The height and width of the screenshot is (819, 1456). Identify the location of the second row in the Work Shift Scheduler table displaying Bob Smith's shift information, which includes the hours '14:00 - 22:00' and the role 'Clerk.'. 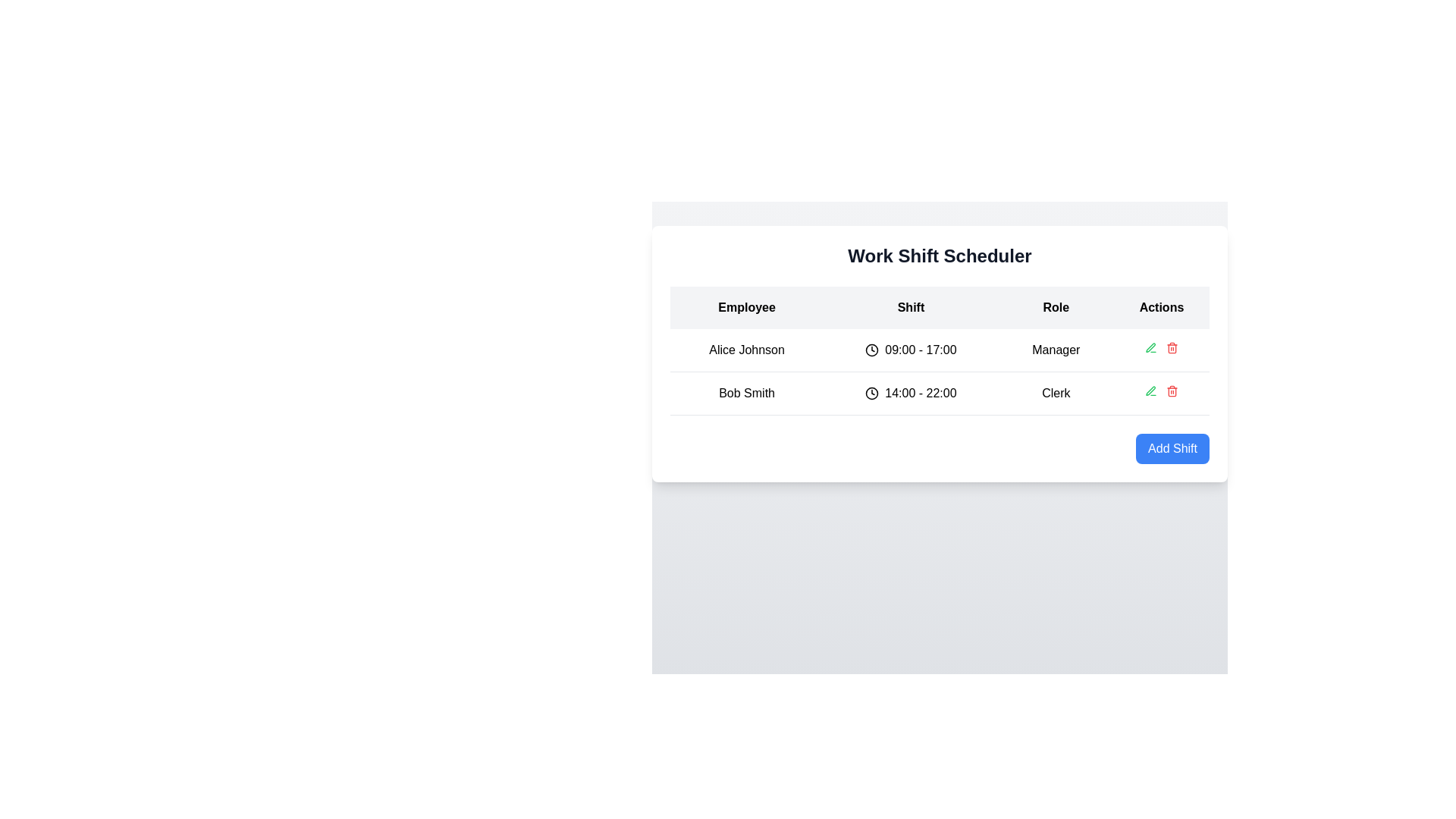
(939, 393).